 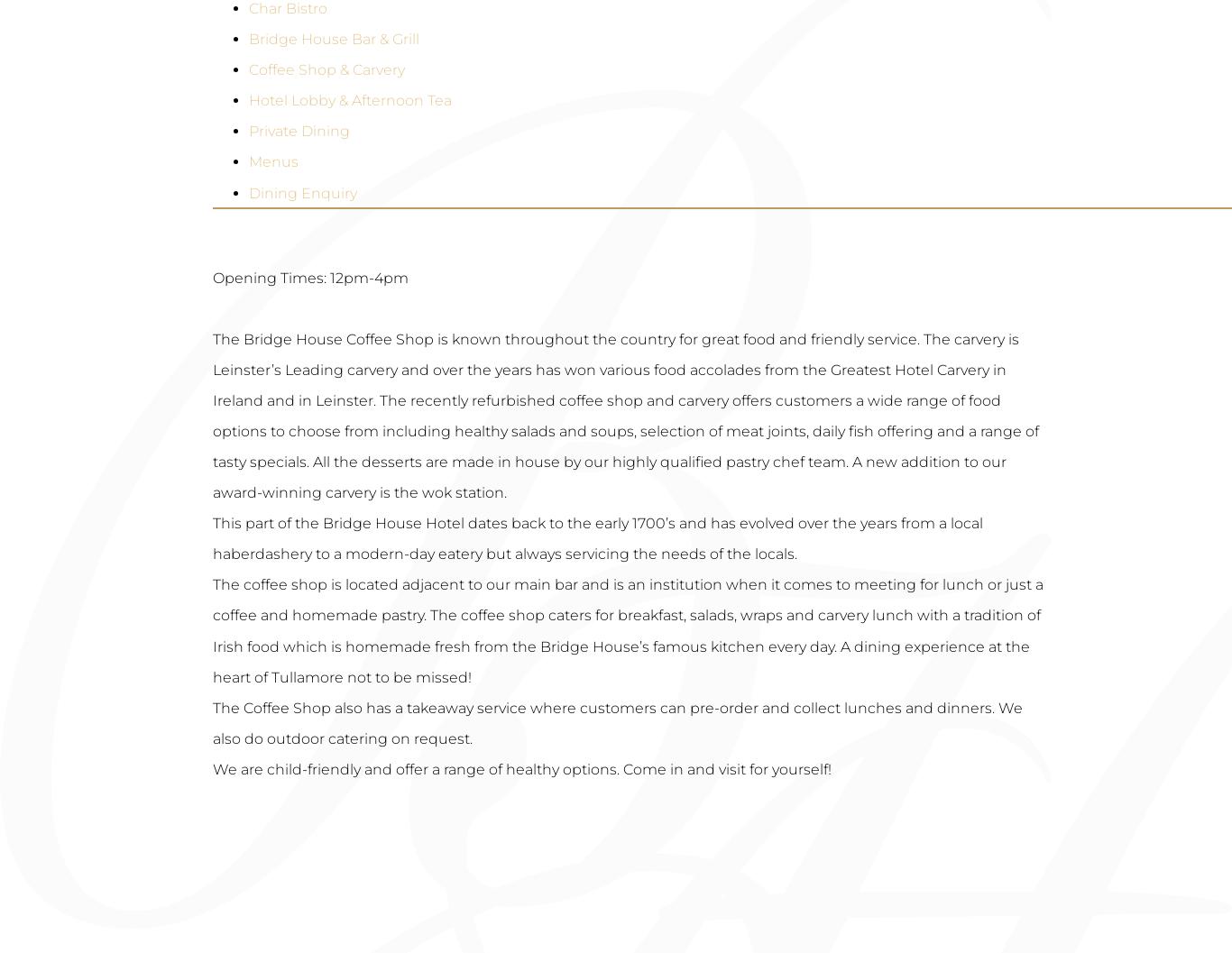 I want to click on 'The Coffee Shop also has a takeaway service where customers can pre-order and collect lunches and dinners. We also do outdoor catering on request.', so click(x=616, y=722).